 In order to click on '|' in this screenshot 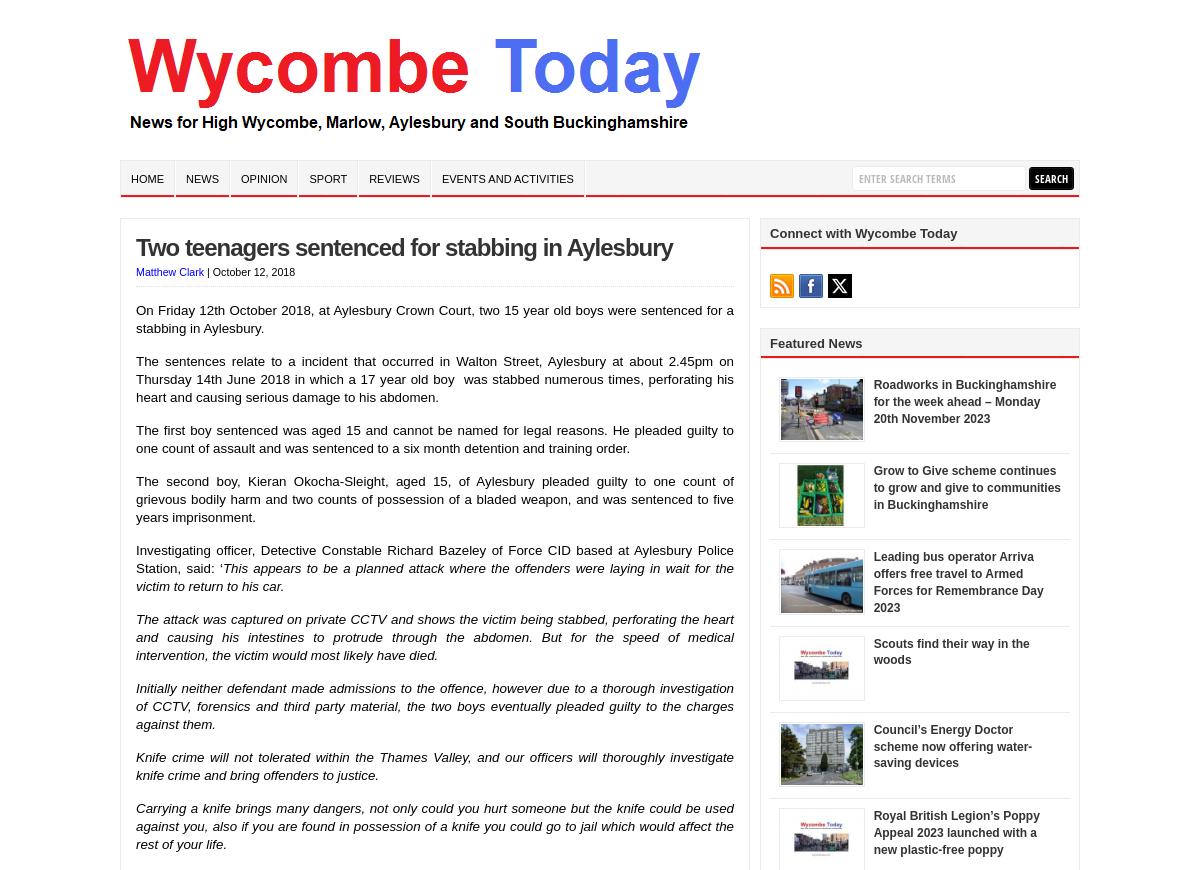, I will do `click(206, 271)`.